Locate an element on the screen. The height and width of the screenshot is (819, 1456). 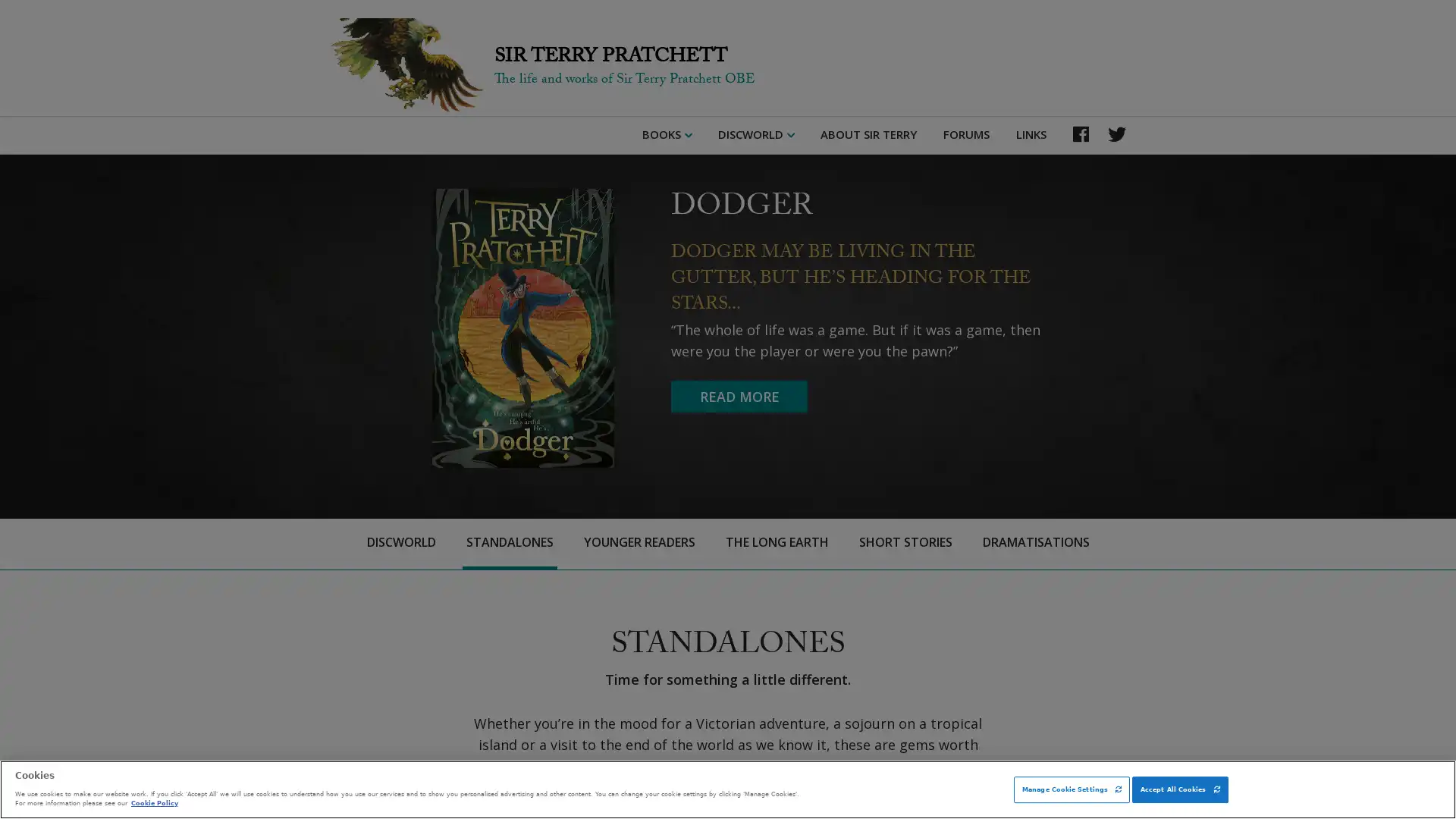
Manage Cookie Settings is located at coordinates (1071, 789).